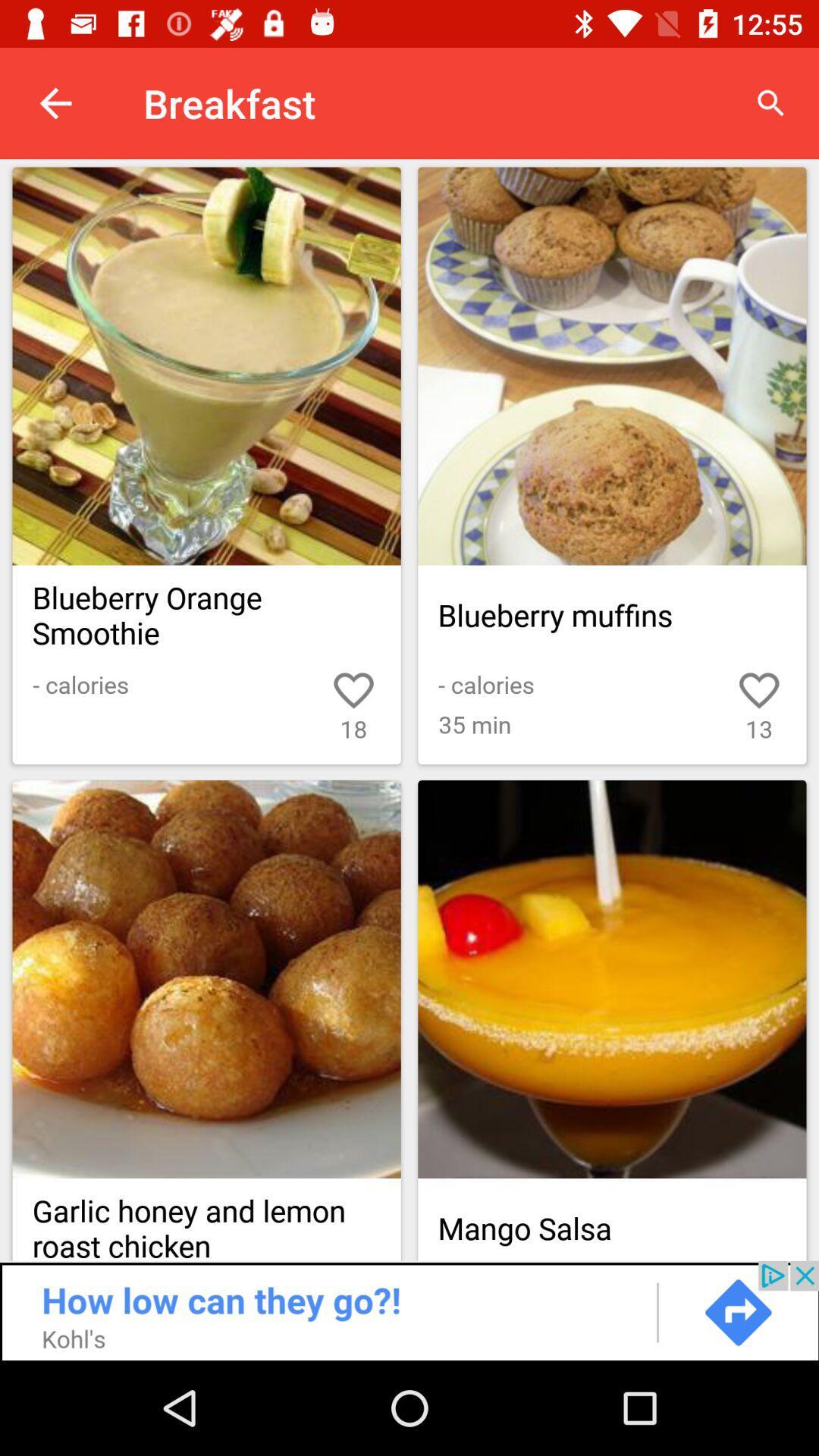  Describe the element at coordinates (206, 979) in the screenshot. I see `garlic honey and lemon roast chicken` at that location.